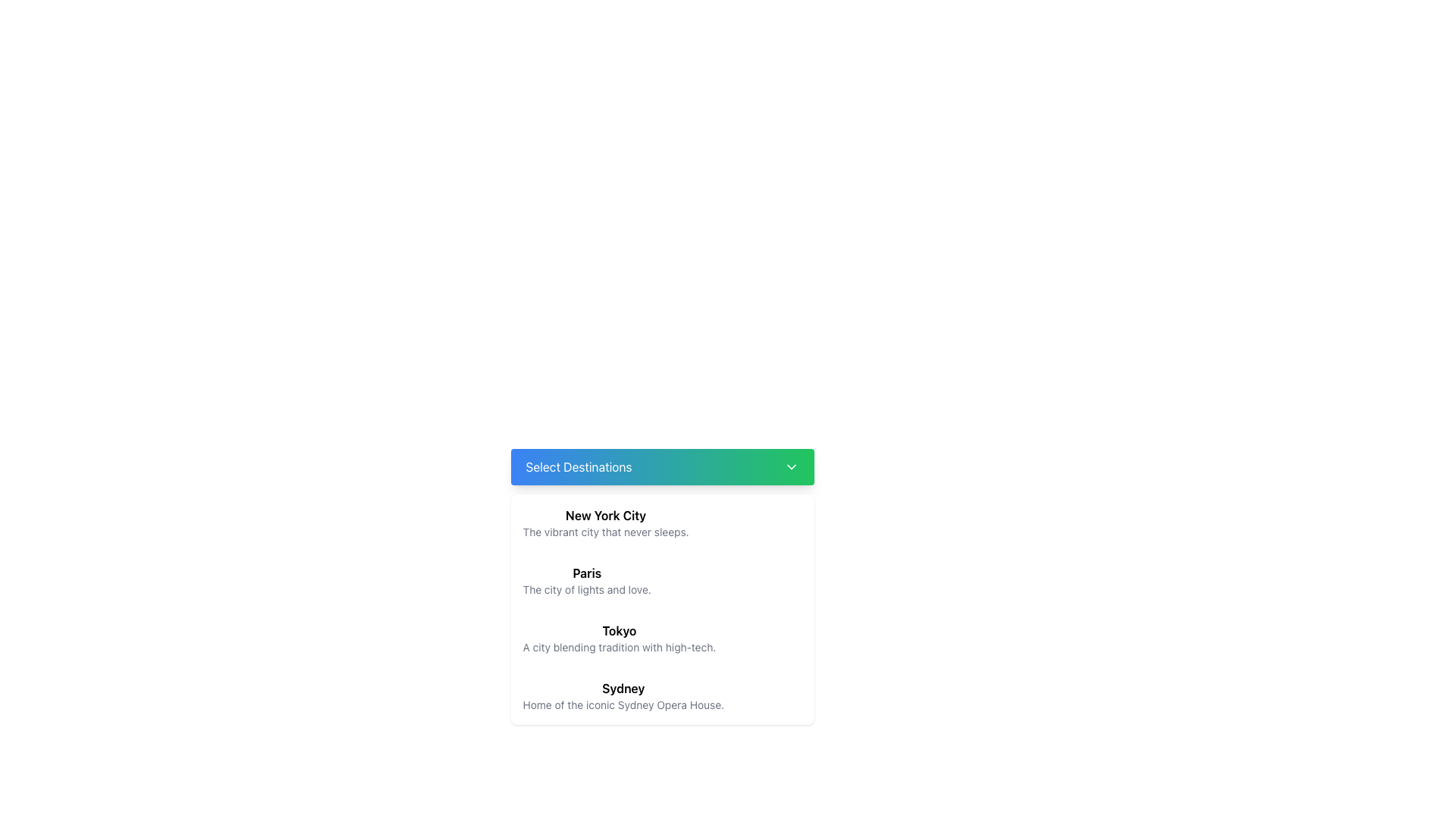 The width and height of the screenshot is (1456, 819). Describe the element at coordinates (662, 638) in the screenshot. I see `the third List Item in the vertically stacked city descriptions for Tokyo` at that location.